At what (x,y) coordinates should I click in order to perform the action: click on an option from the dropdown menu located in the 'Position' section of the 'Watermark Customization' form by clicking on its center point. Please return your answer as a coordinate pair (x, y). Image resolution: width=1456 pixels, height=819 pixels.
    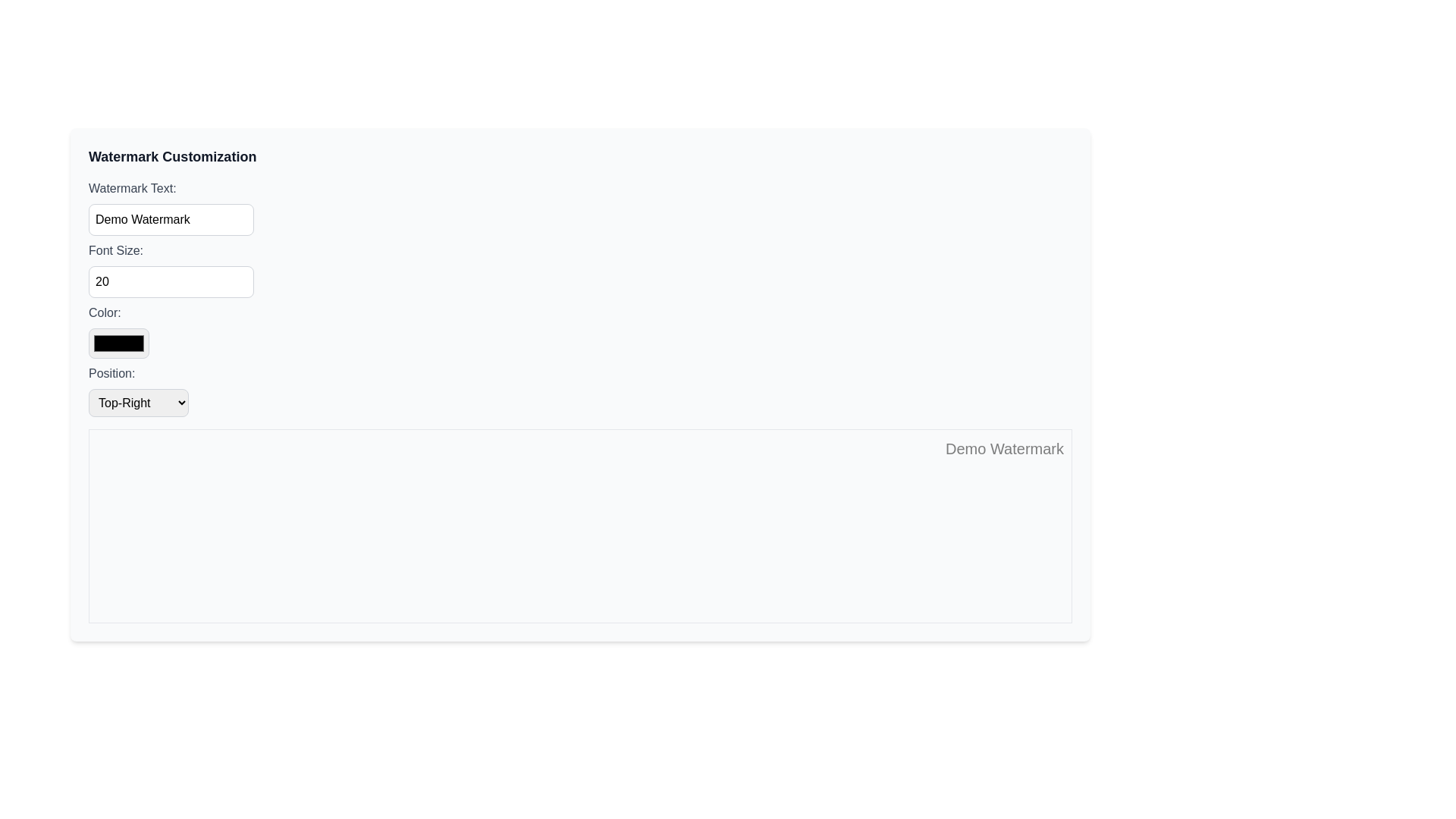
    Looking at the image, I should click on (138, 402).